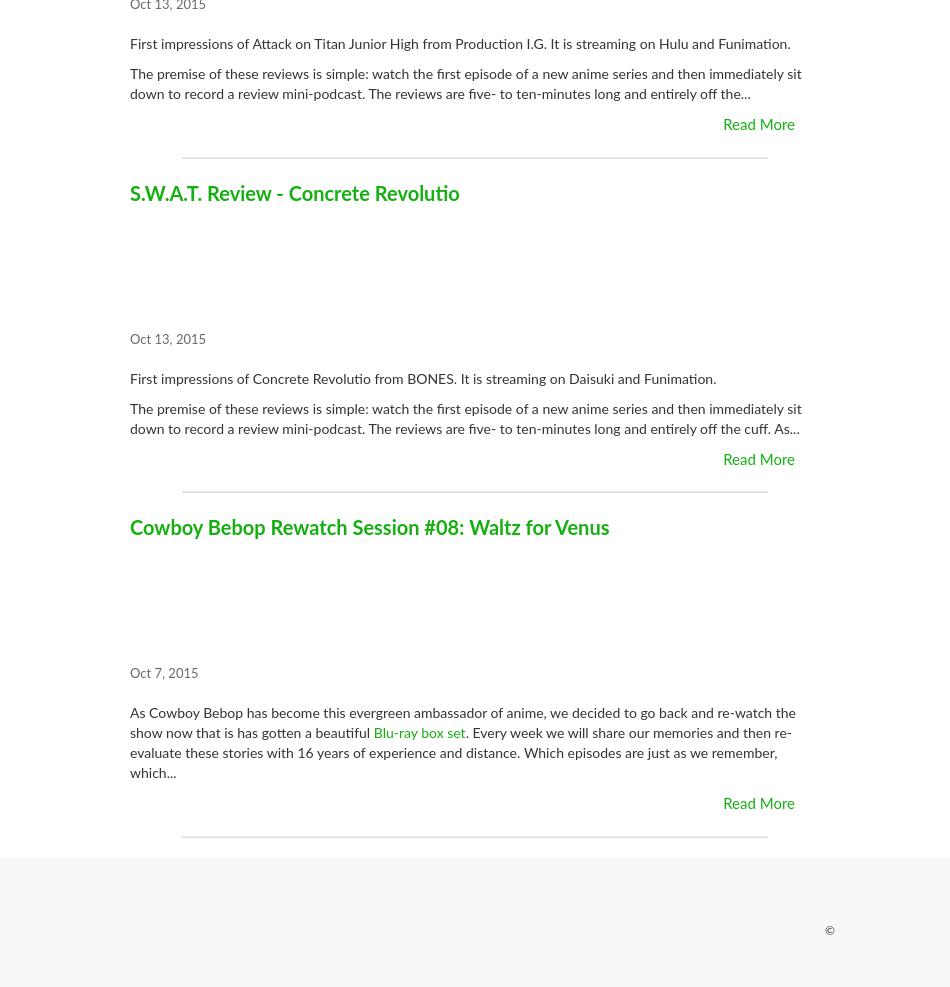 Image resolution: width=950 pixels, height=987 pixels. What do you see at coordinates (293, 193) in the screenshot?
I see `'S.W.A.T. Review - Concrete Revolutio'` at bounding box center [293, 193].